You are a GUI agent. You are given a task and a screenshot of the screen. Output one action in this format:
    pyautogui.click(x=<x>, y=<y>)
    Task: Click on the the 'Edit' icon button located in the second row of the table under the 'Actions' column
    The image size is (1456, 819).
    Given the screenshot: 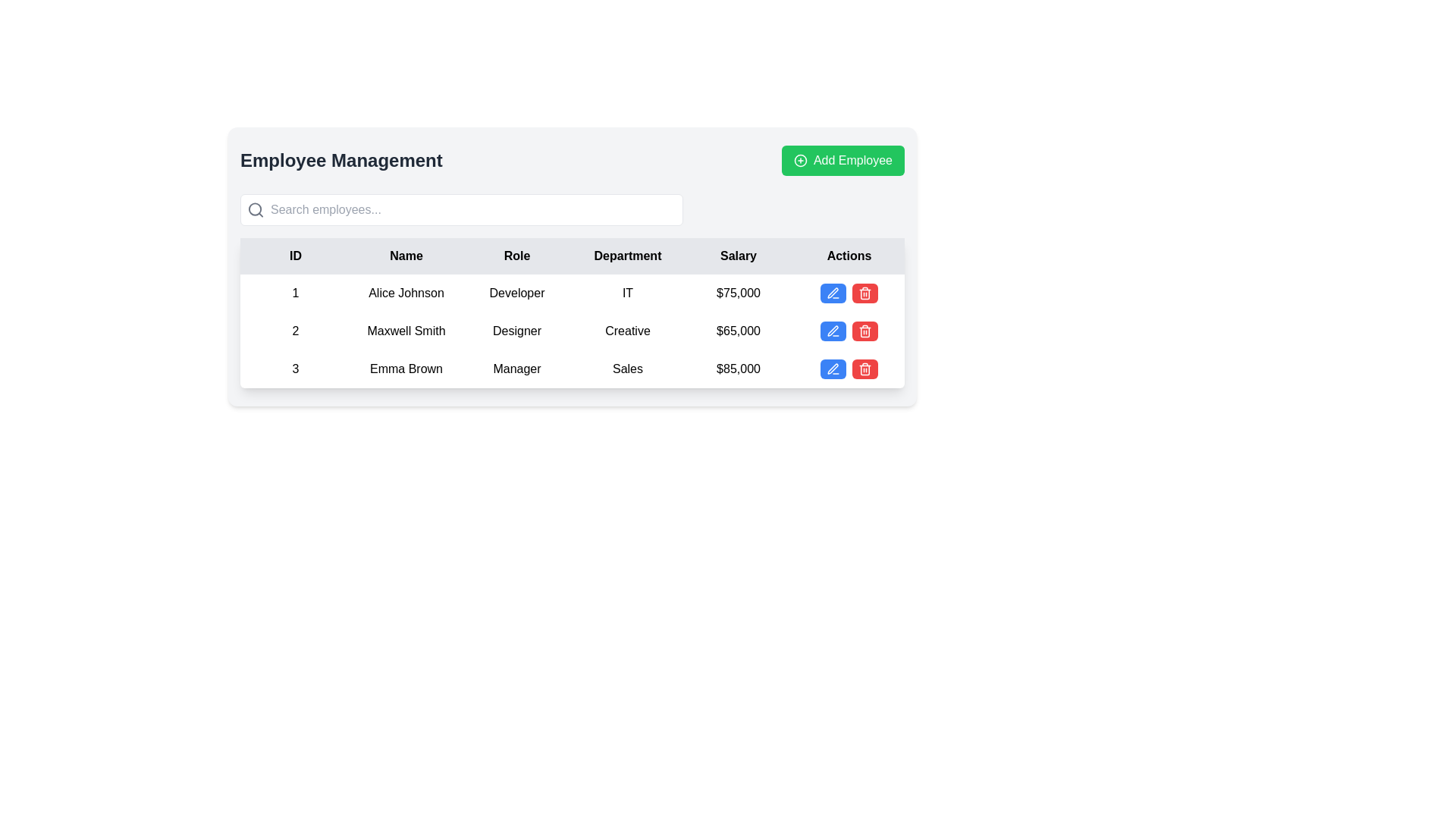 What is the action you would take?
    pyautogui.click(x=832, y=329)
    